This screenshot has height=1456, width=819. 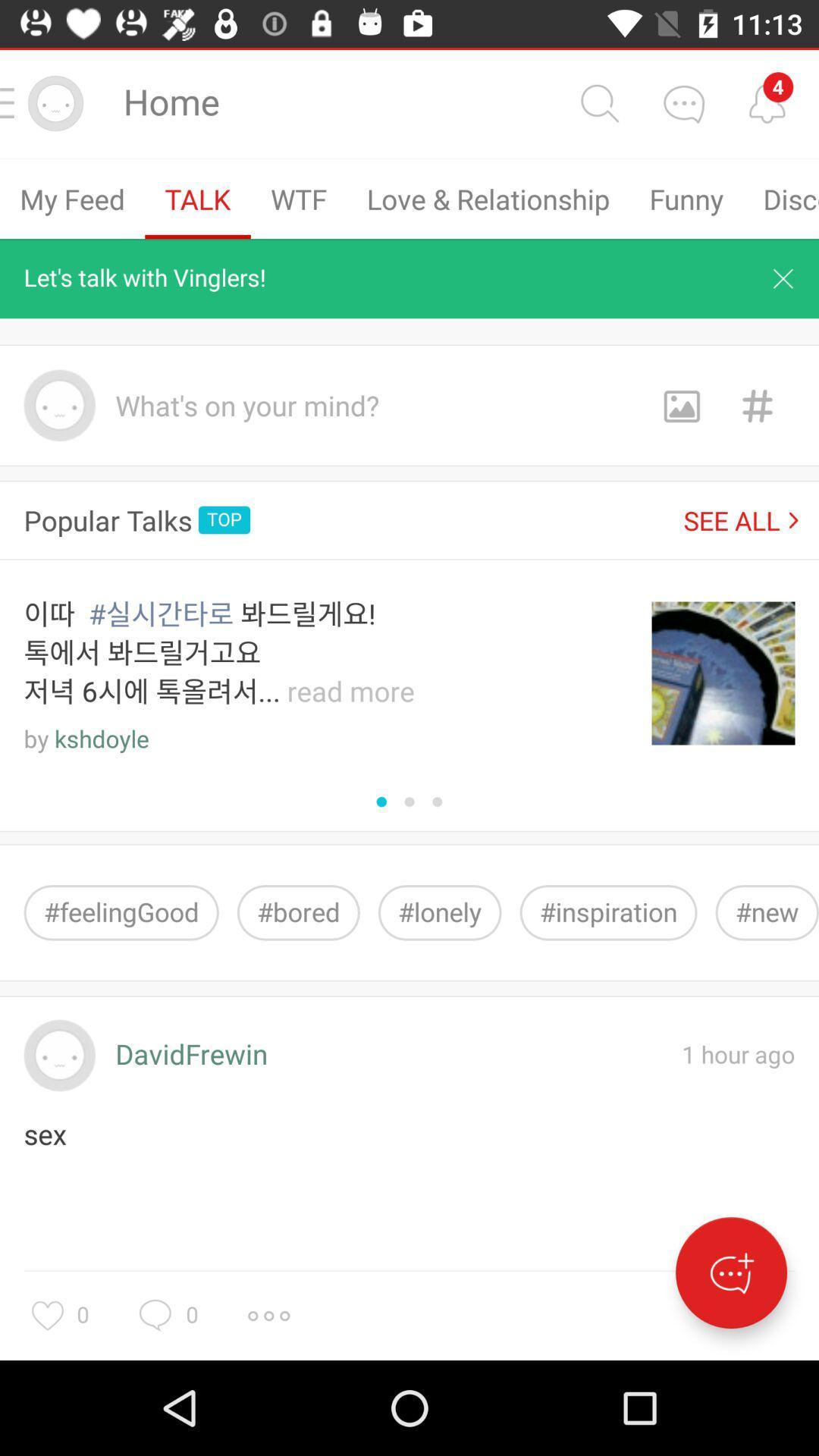 What do you see at coordinates (268, 1315) in the screenshot?
I see `the settings page` at bounding box center [268, 1315].